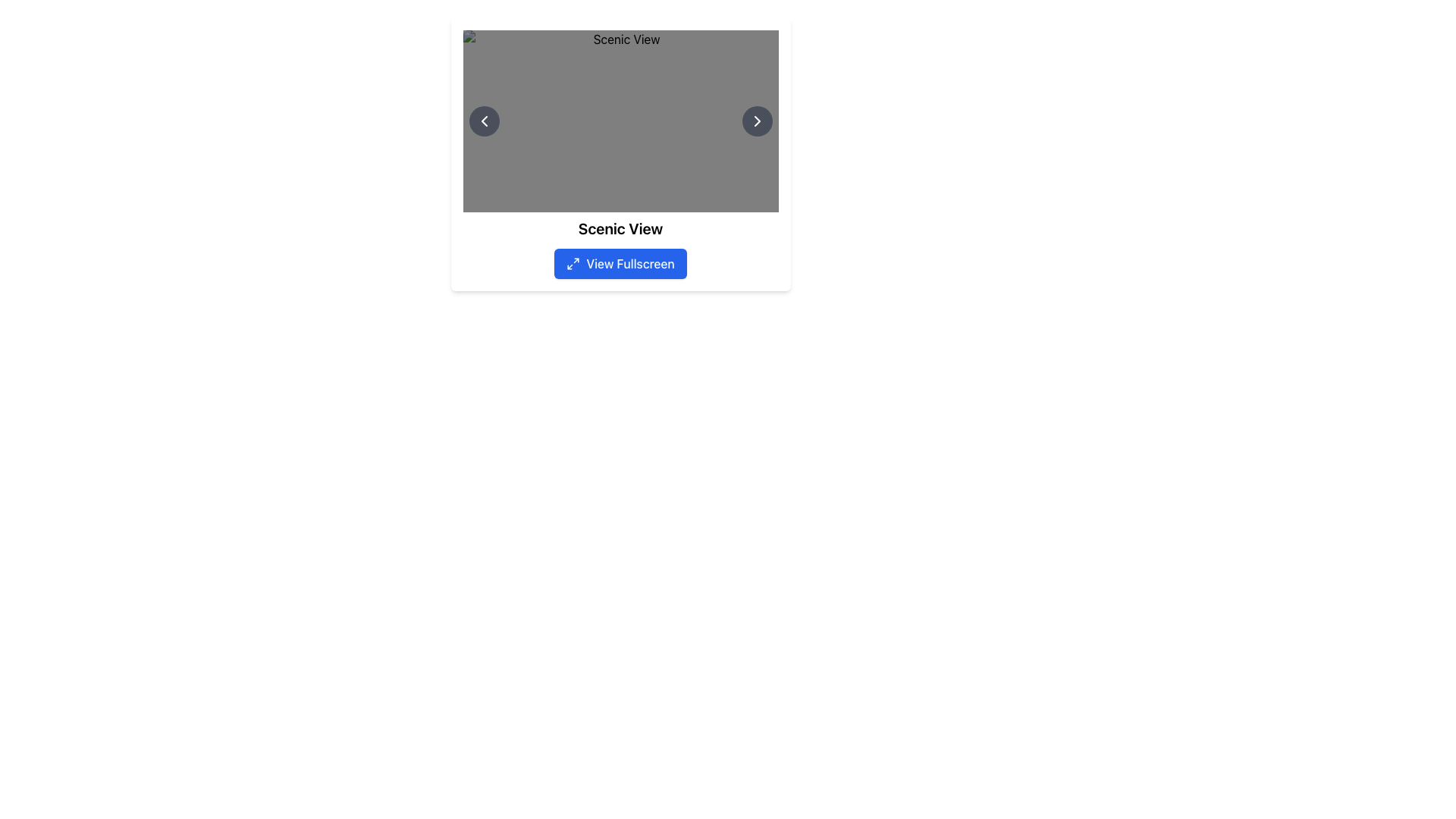  What do you see at coordinates (757, 120) in the screenshot?
I see `the right chevron button that navigates to the next item in the series to observe the hover effect` at bounding box center [757, 120].